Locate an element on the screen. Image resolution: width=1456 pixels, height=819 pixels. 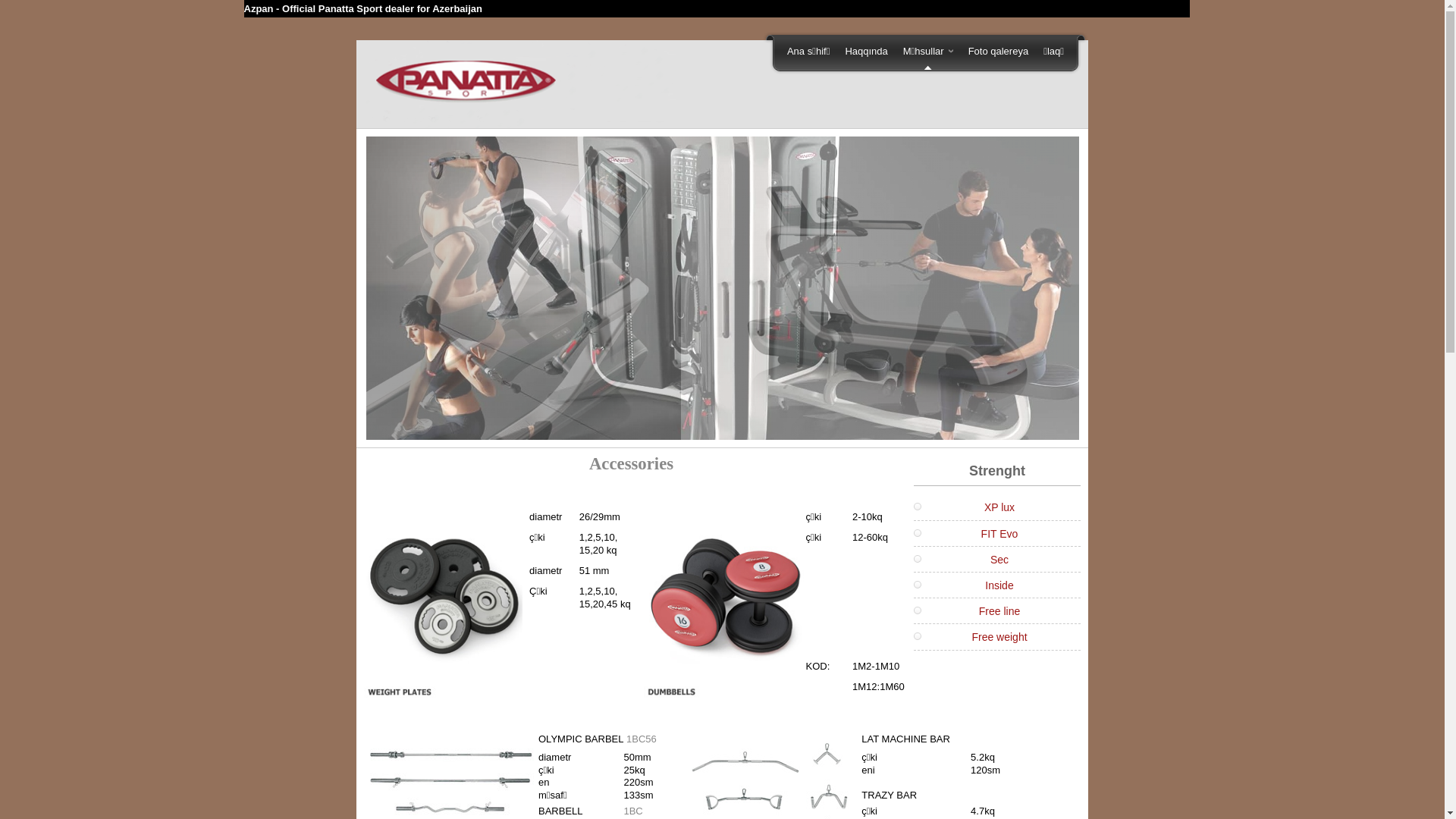
'Free line' is located at coordinates (979, 610).